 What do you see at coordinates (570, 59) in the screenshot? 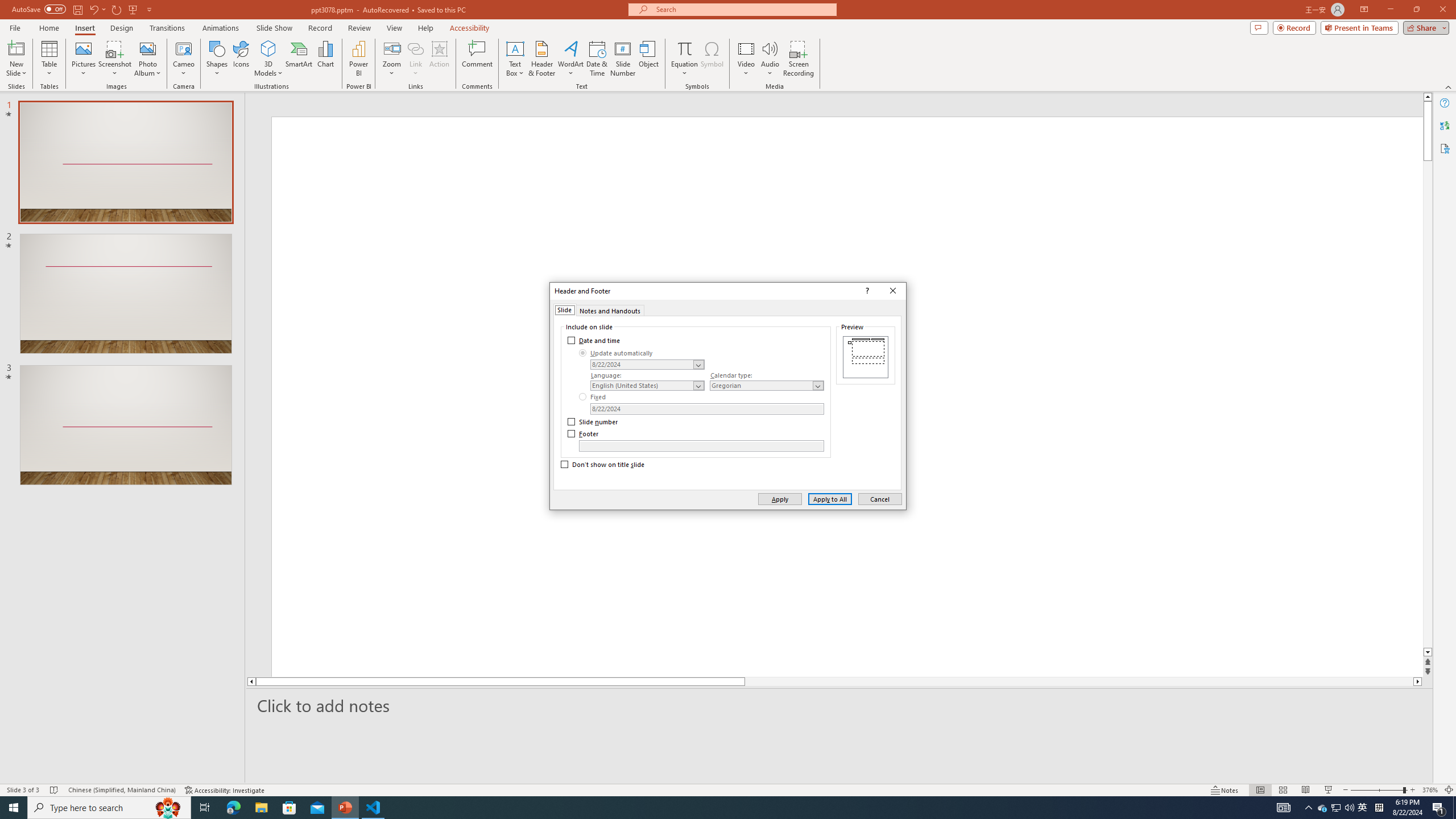
I see `'WordArt'` at bounding box center [570, 59].